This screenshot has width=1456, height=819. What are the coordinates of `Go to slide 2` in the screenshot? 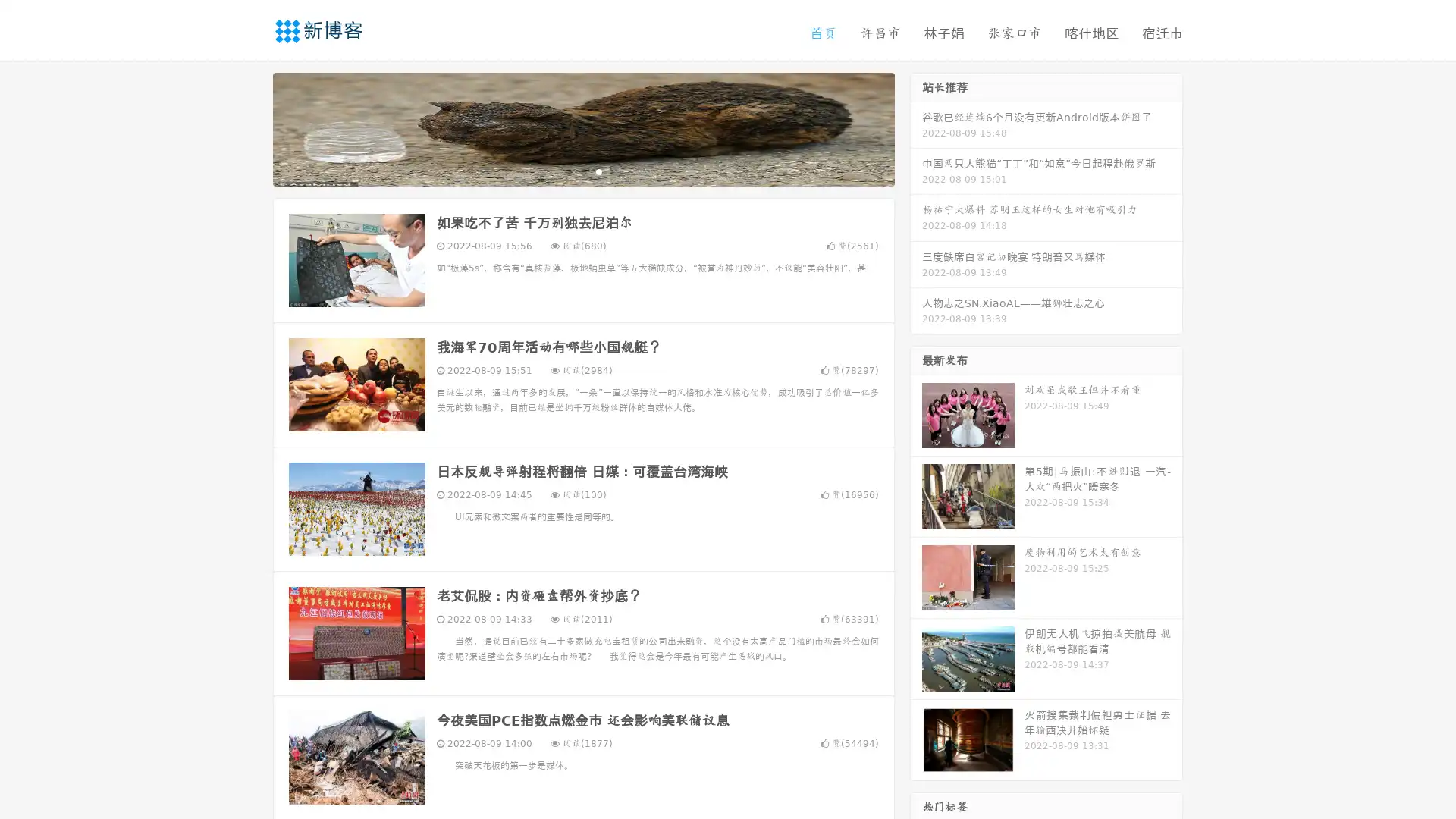 It's located at (582, 171).